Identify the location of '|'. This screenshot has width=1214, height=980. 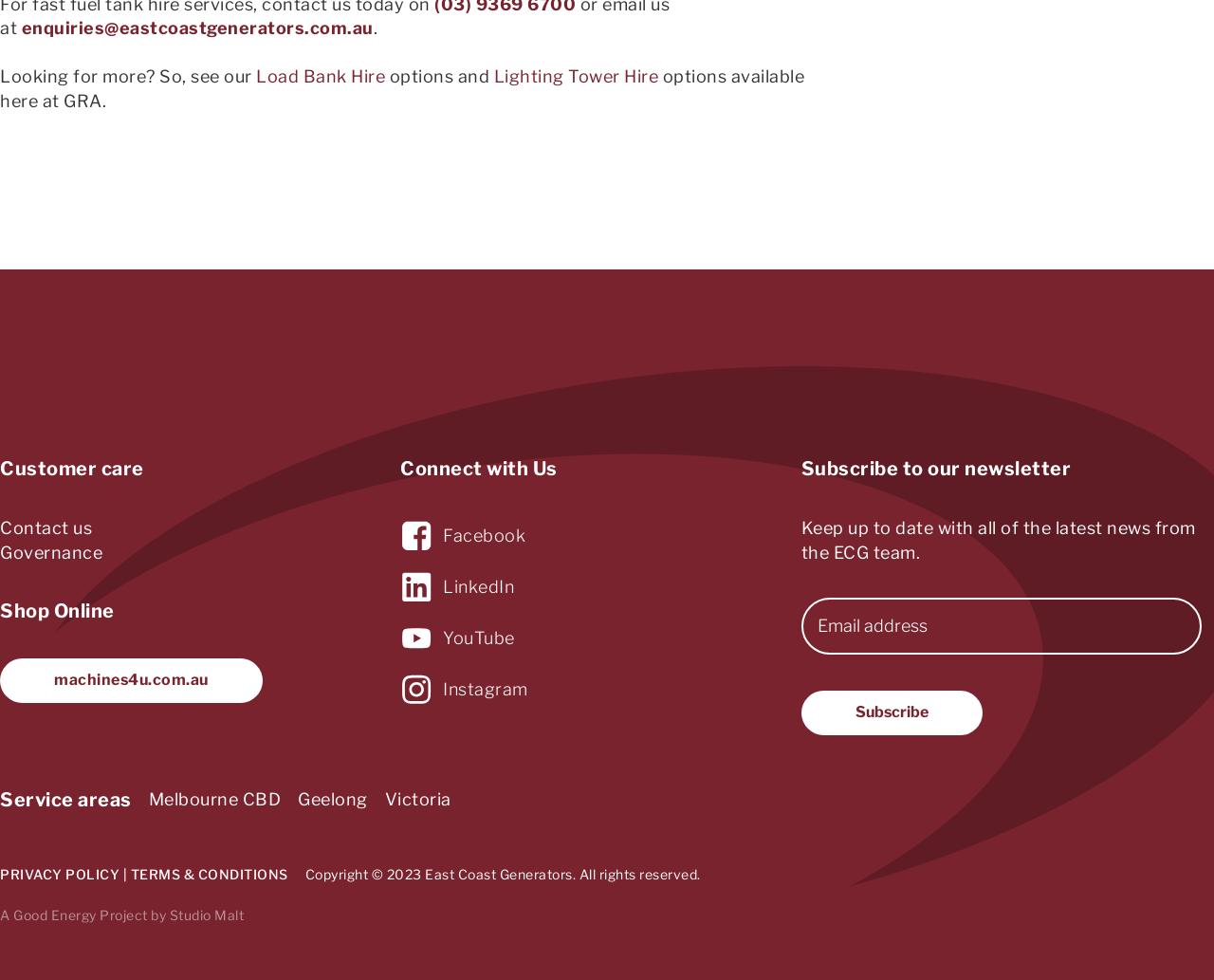
(123, 872).